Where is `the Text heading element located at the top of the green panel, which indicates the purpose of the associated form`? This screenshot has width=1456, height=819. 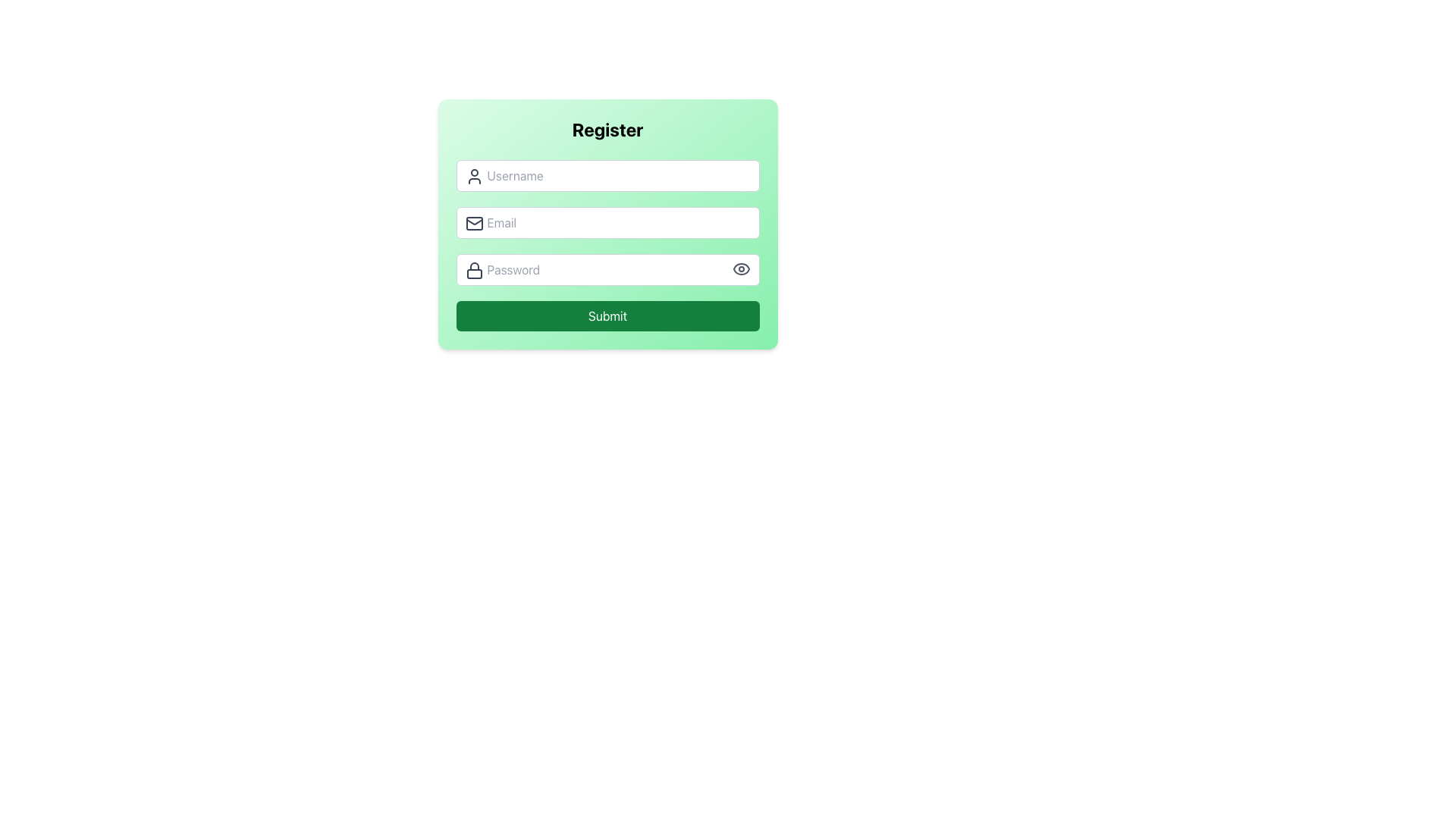 the Text heading element located at the top of the green panel, which indicates the purpose of the associated form is located at coordinates (607, 128).